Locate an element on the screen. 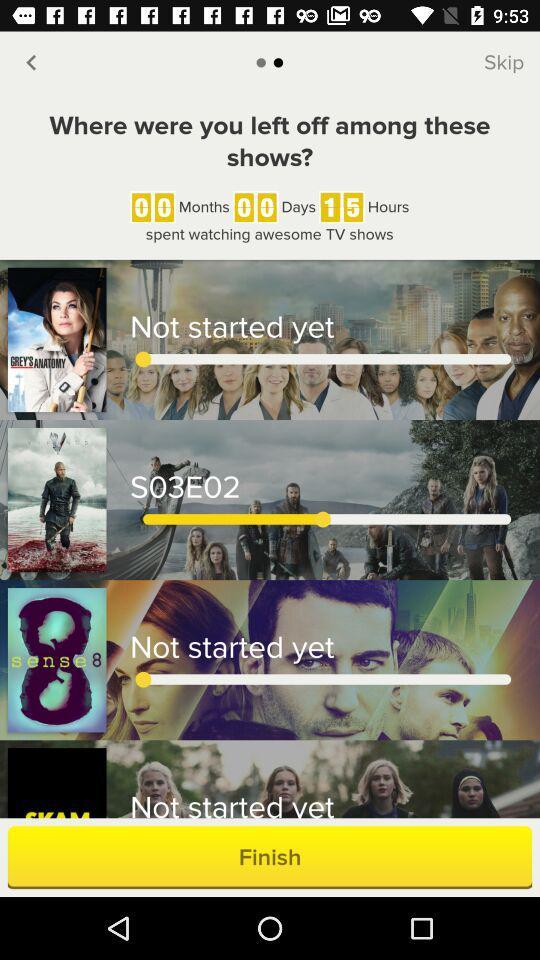 Image resolution: width=540 pixels, height=960 pixels. the arrow_backward icon is located at coordinates (30, 62).